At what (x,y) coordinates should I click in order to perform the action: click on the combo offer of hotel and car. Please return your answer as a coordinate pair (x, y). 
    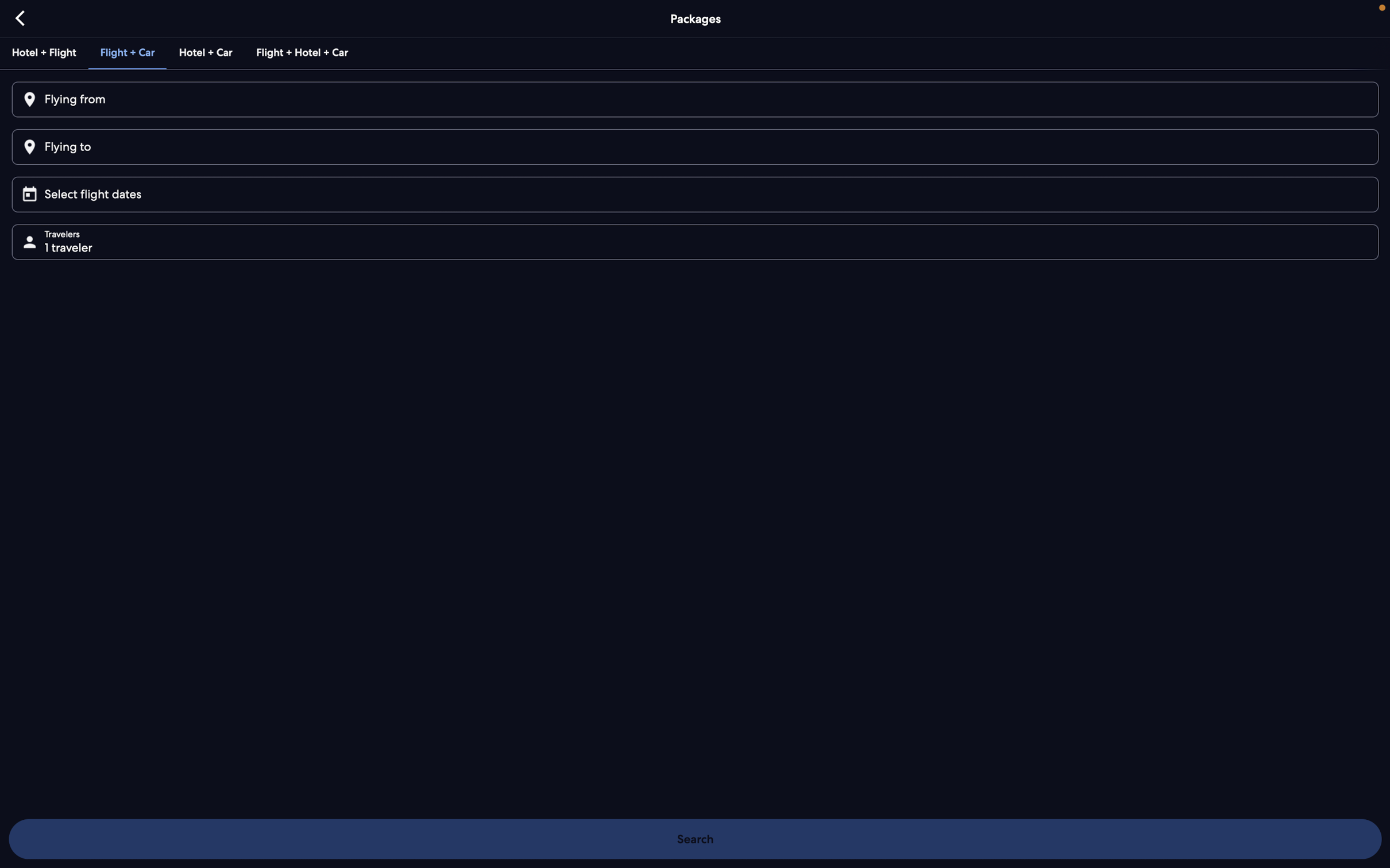
    Looking at the image, I should click on (206, 51).